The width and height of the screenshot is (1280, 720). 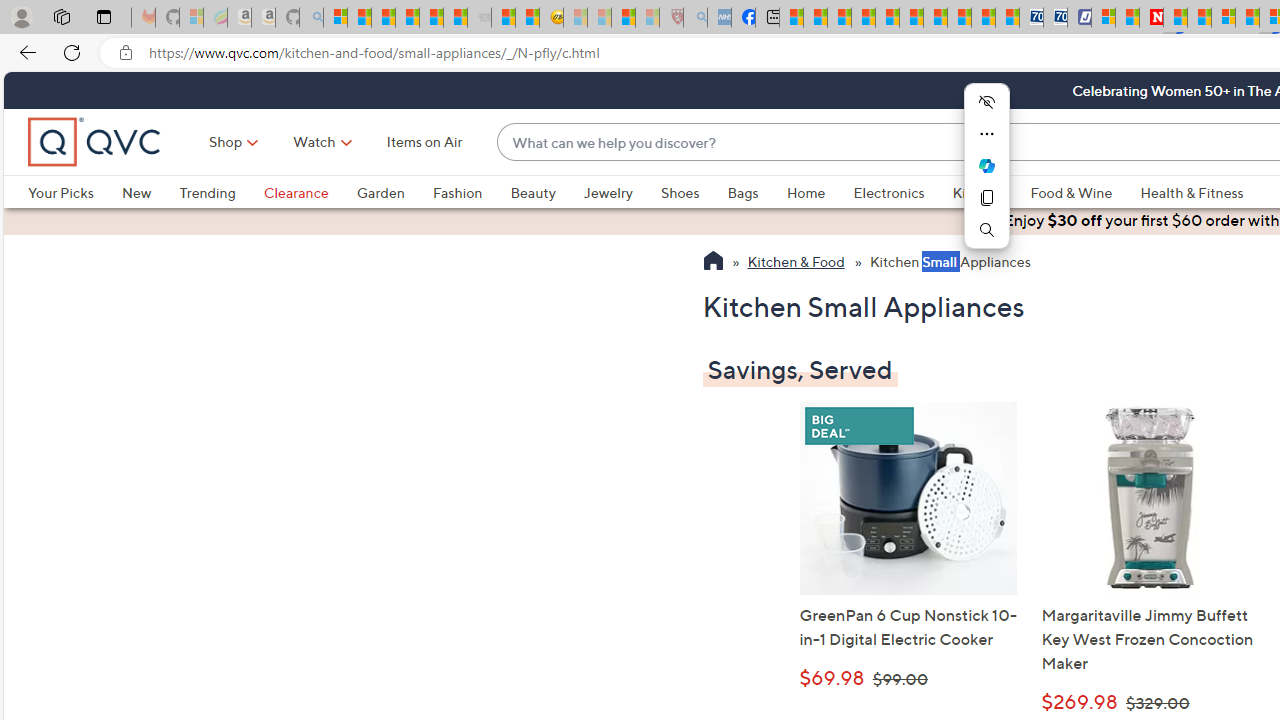 What do you see at coordinates (986, 101) in the screenshot?
I see `'Hide menu'` at bounding box center [986, 101].